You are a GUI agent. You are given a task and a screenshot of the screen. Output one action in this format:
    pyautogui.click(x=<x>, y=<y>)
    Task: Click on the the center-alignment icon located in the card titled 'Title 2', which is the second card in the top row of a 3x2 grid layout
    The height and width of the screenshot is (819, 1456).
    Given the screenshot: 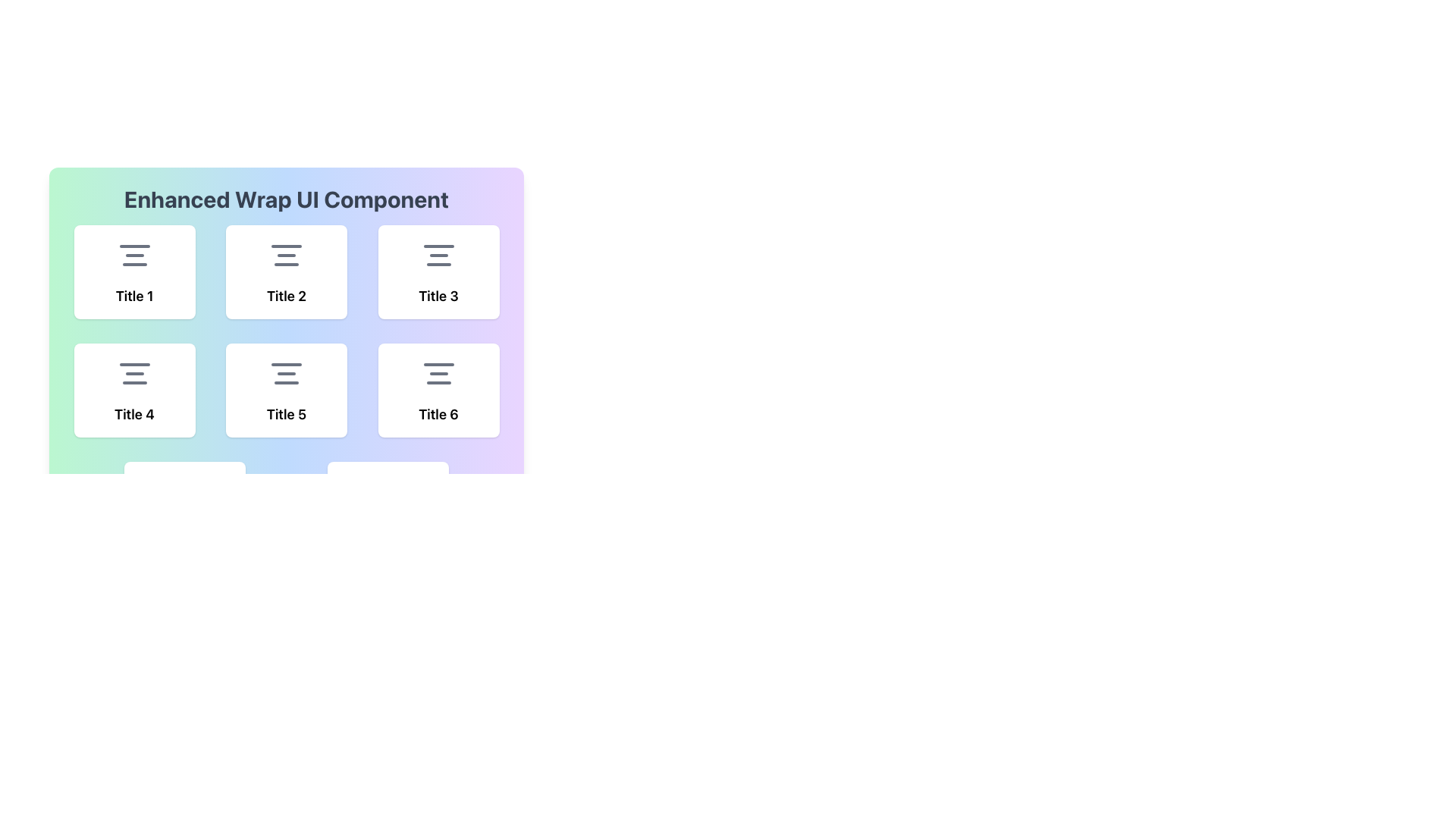 What is the action you would take?
    pyautogui.click(x=287, y=254)
    